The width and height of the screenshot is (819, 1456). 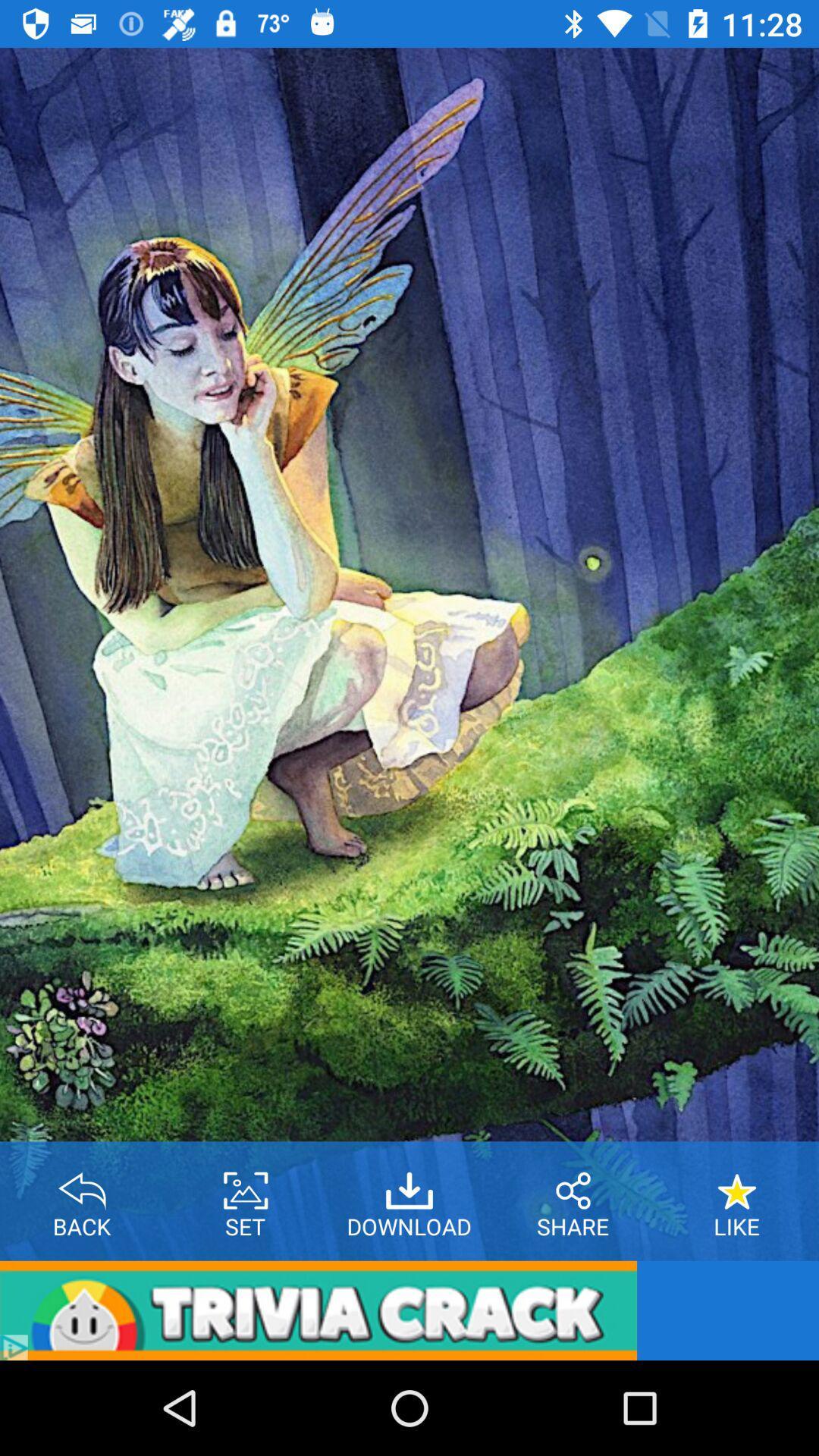 I want to click on set photo as background, so click(x=245, y=1185).